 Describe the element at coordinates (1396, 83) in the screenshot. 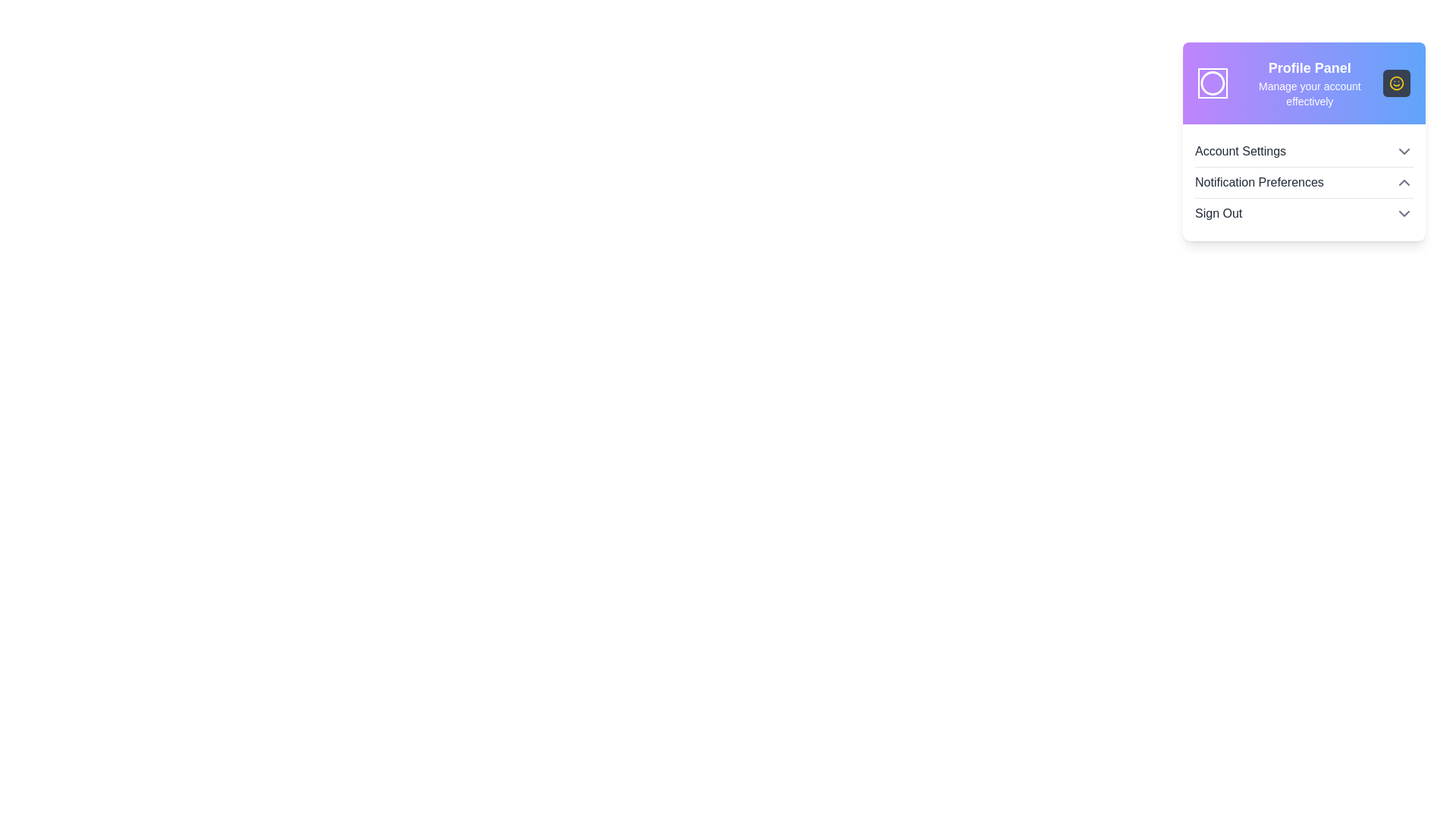

I see `the outermost circular component of the SVG icon group located to the right side of the panel header` at that location.